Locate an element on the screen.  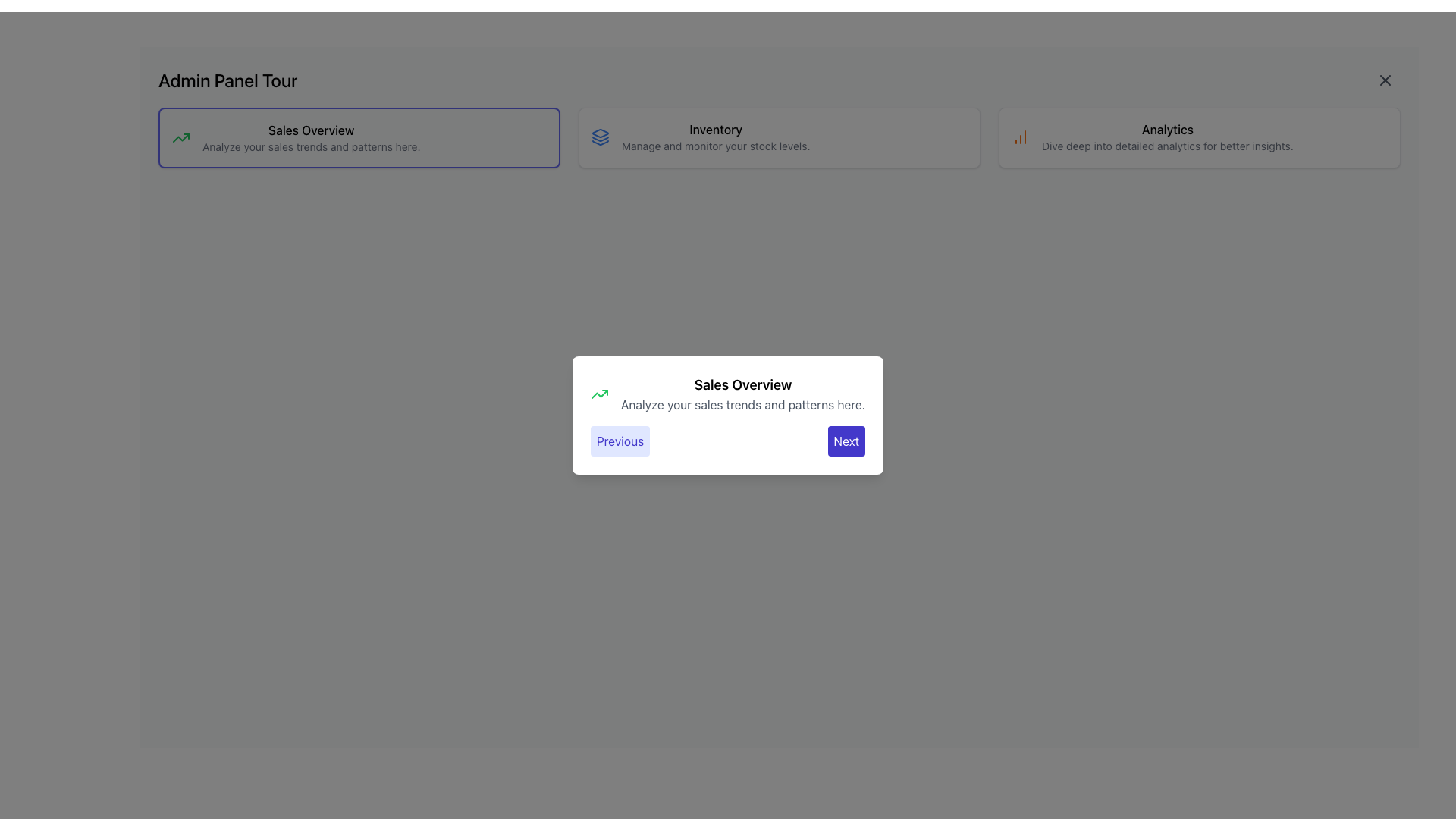
text block that provides an overview and description of a specific feature or section related to sales analysis, which is centrally located in the dialog box, next to a green upward trend icon is located at coordinates (742, 394).